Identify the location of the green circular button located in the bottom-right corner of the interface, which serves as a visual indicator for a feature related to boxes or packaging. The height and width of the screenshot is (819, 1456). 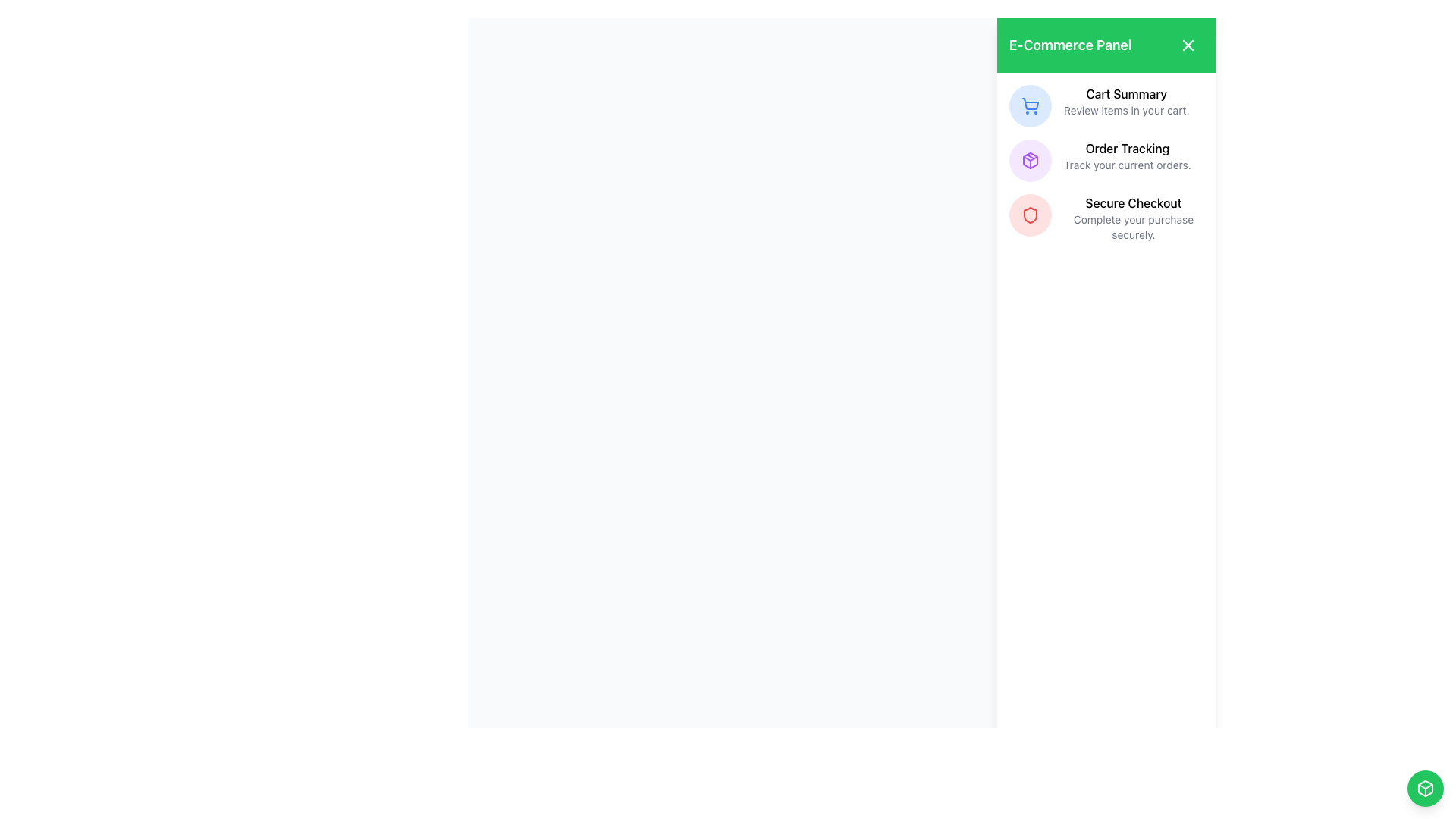
(1425, 788).